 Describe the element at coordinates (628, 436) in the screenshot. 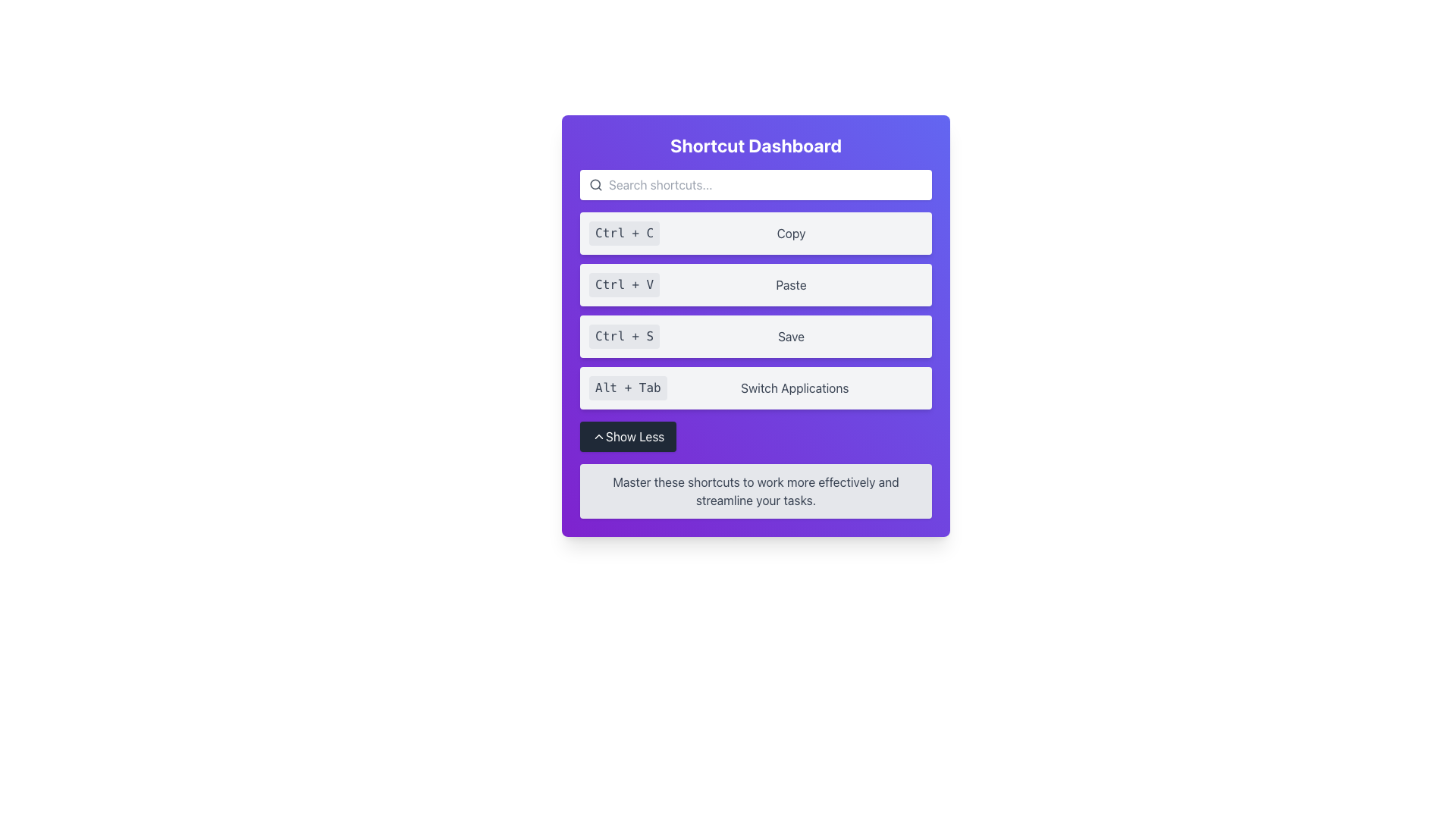

I see `the toggle button located at the bottom of the 'Shortcut Dashboard' card` at that location.